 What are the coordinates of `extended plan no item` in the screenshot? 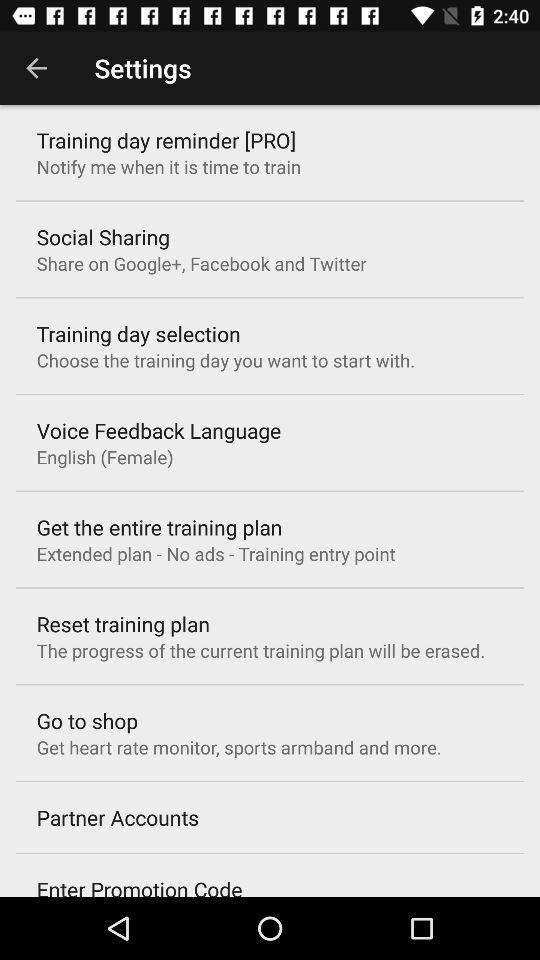 It's located at (215, 553).